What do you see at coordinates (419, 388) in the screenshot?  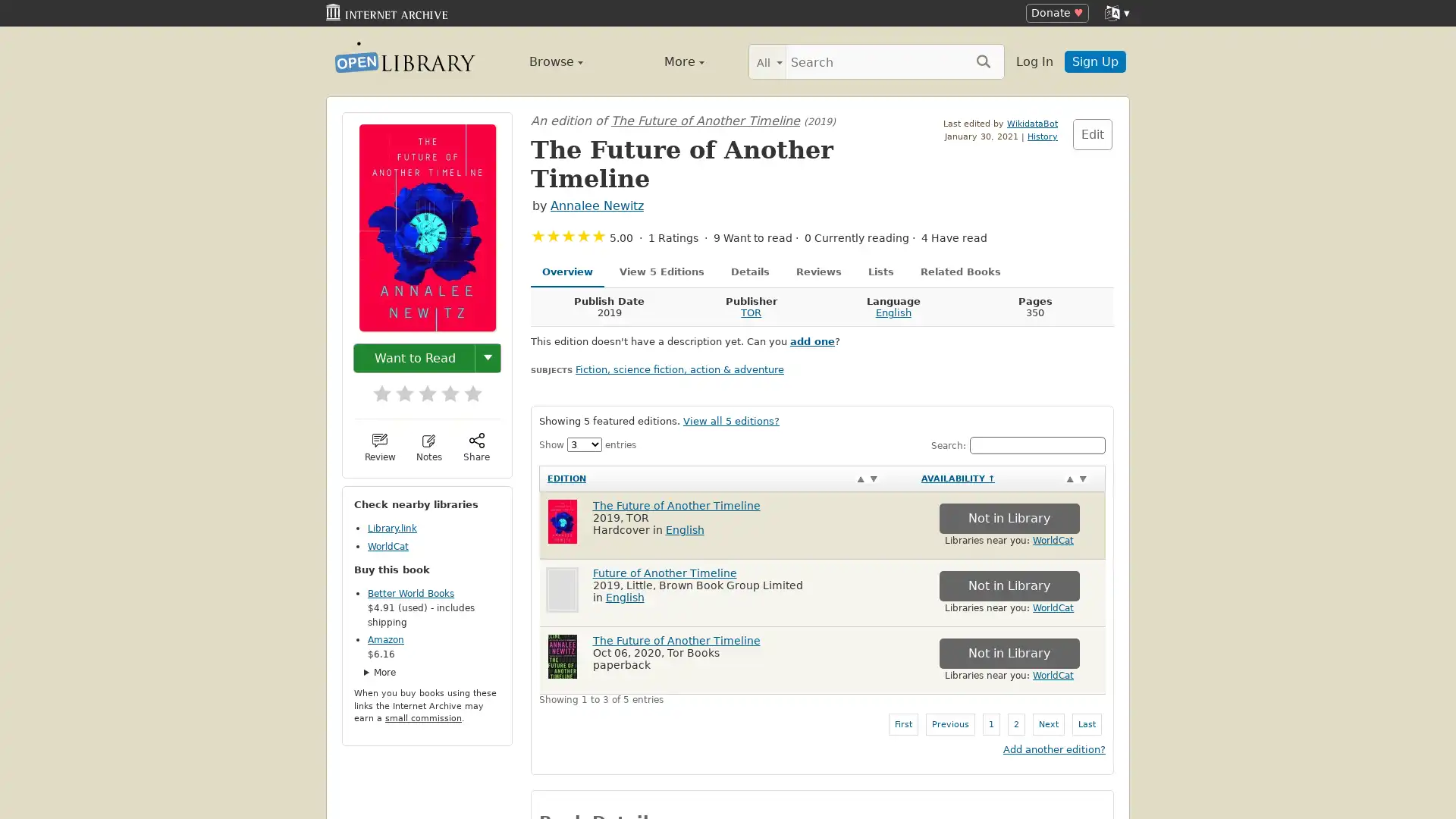 I see `3` at bounding box center [419, 388].